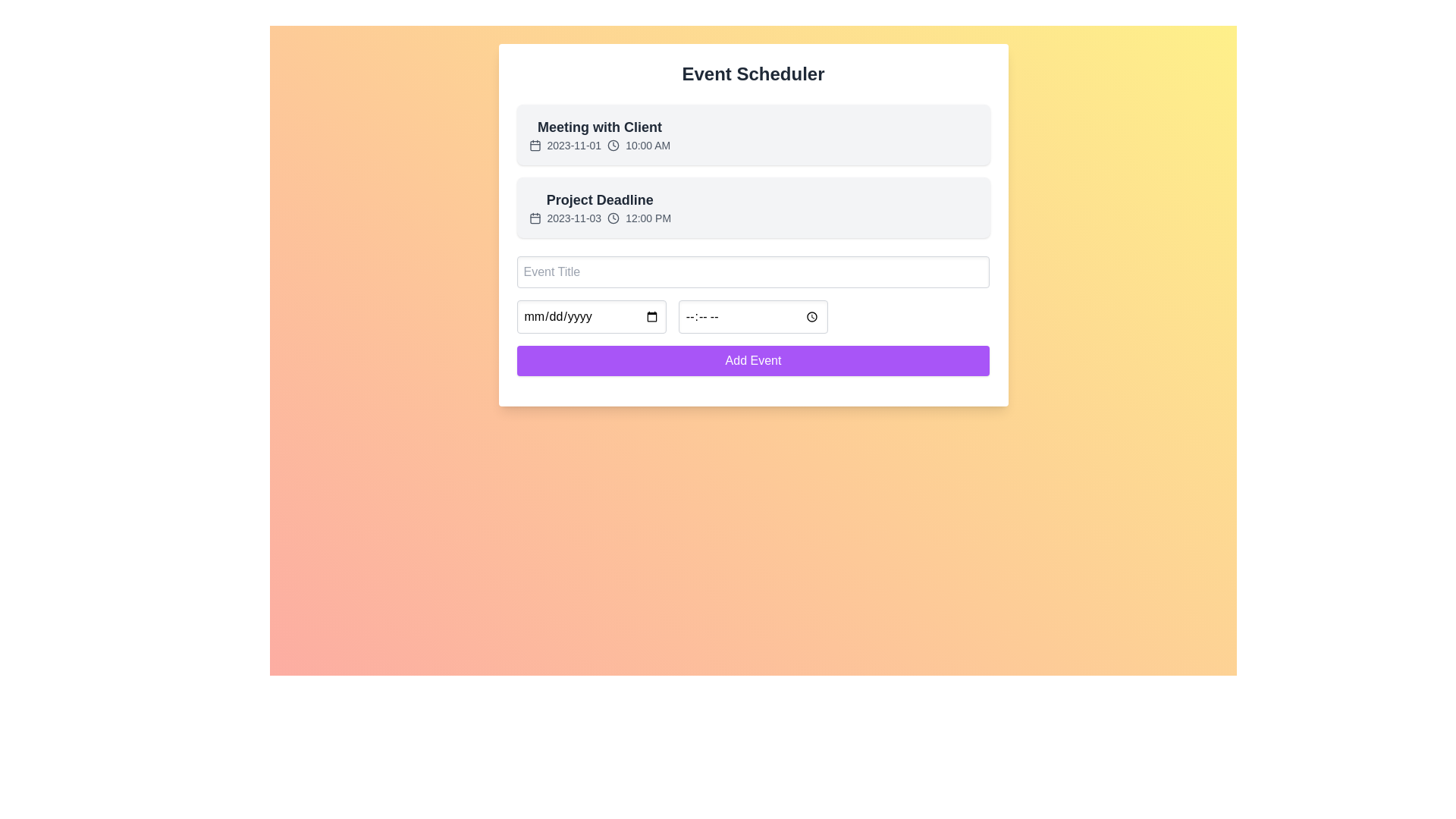 Image resolution: width=1456 pixels, height=819 pixels. Describe the element at coordinates (535, 146) in the screenshot. I see `the small rectangular calendar icon located in the 'Event Scheduler' interface, near the 'Meeting with Client' section` at that location.